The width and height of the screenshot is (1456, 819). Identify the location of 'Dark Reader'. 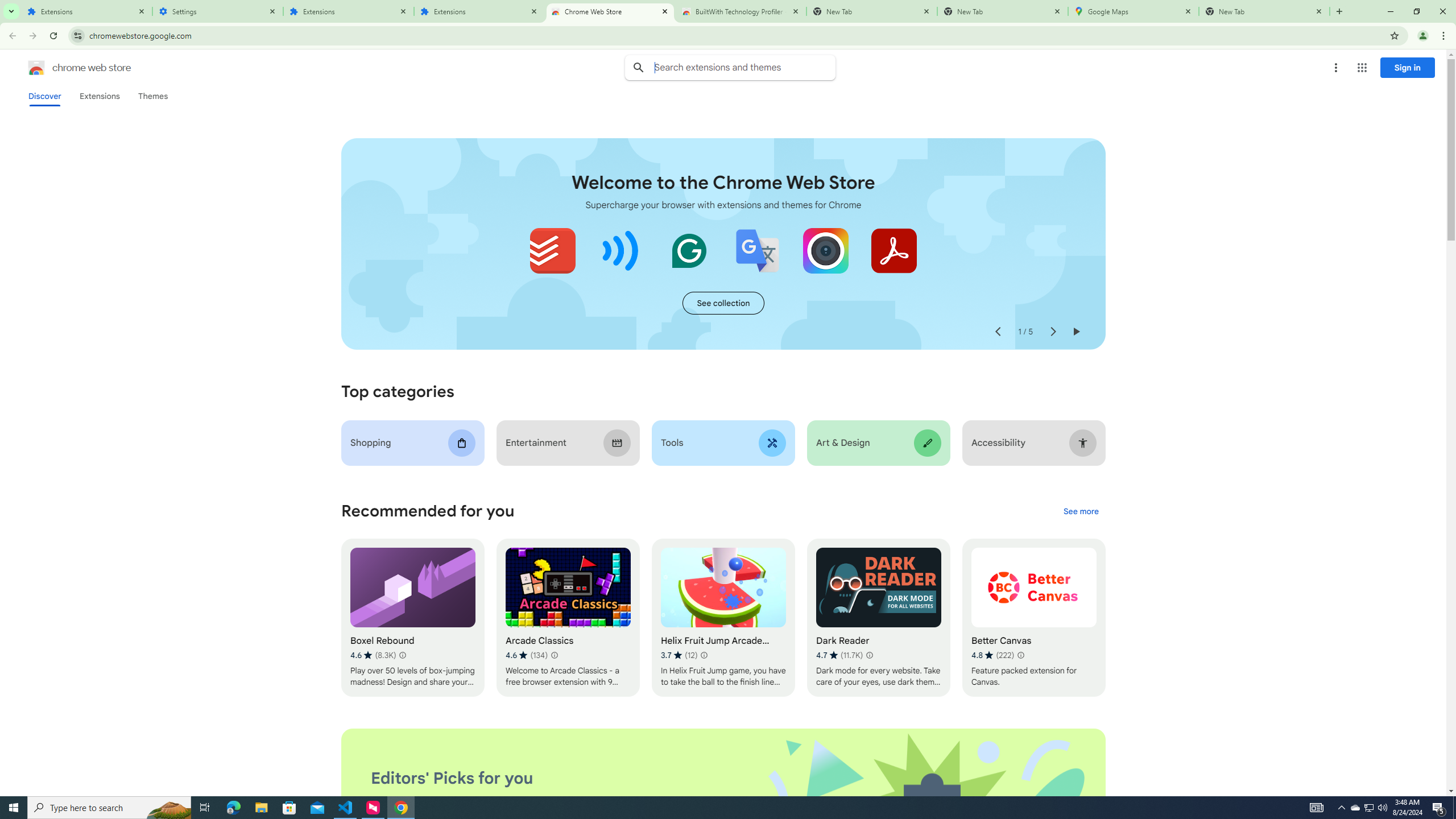
(878, 617).